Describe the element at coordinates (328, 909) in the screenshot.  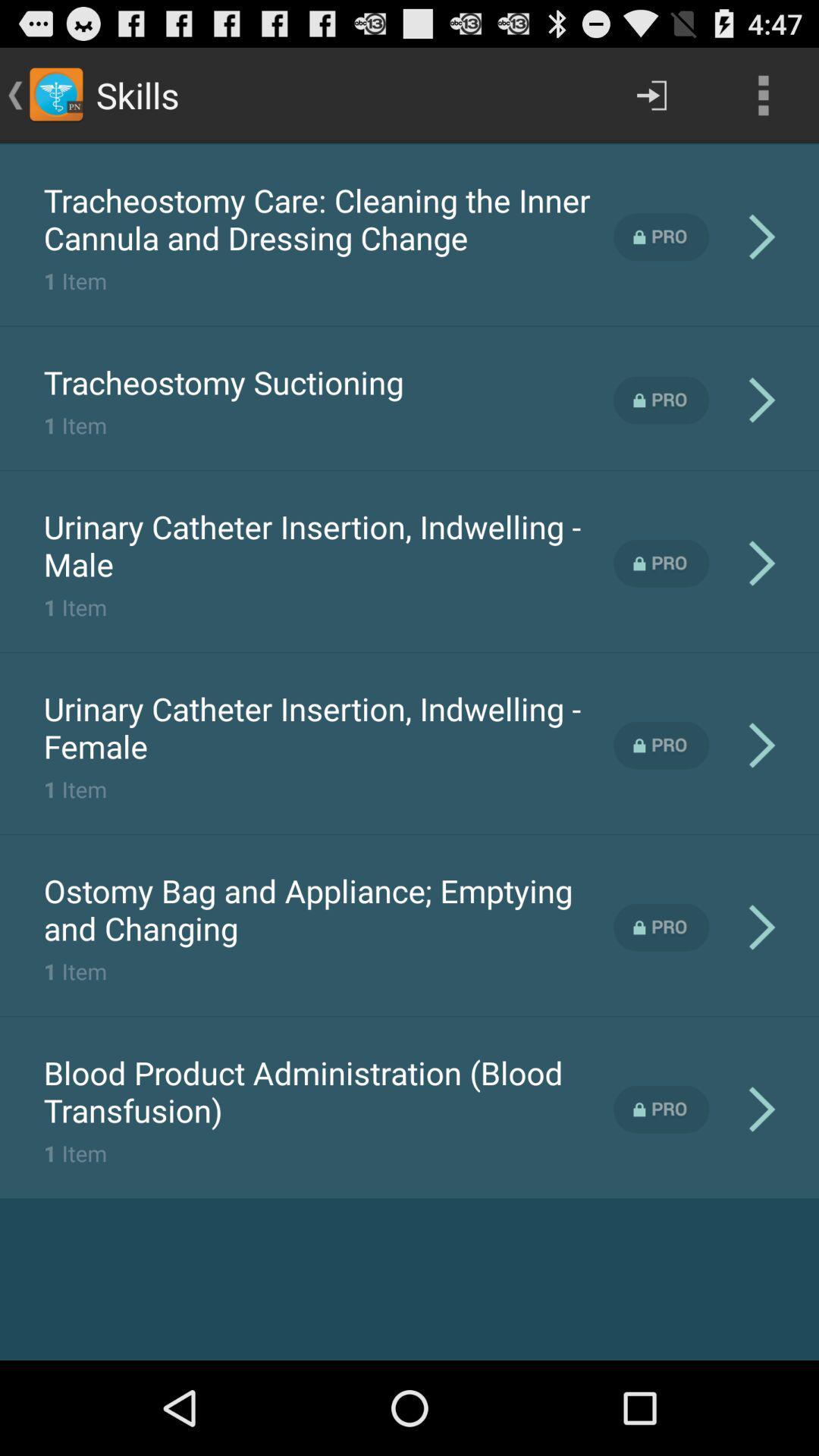
I see `the app above the 1 item item` at that location.